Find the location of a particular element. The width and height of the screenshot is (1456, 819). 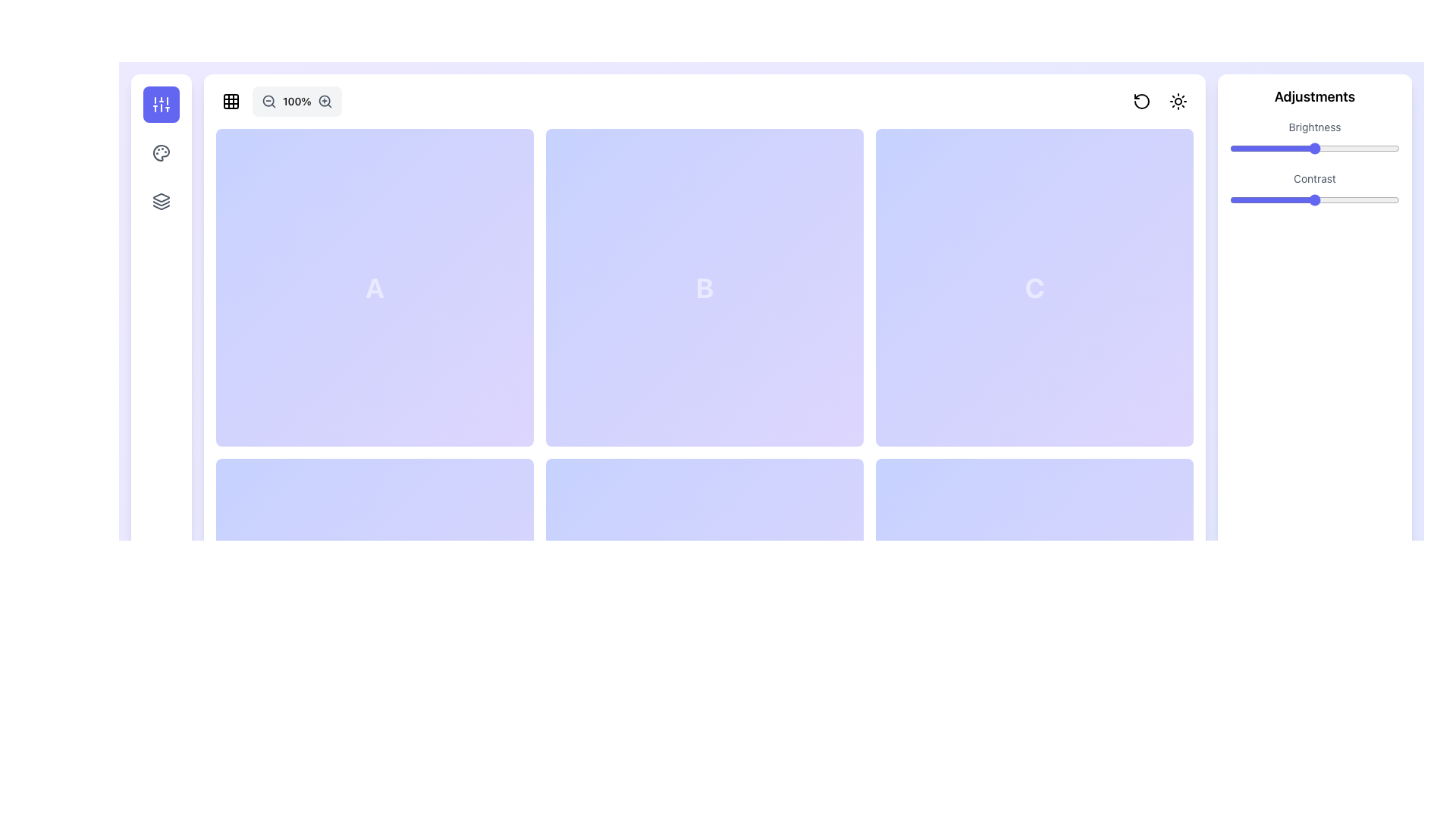

contrast is located at coordinates (1283, 199).